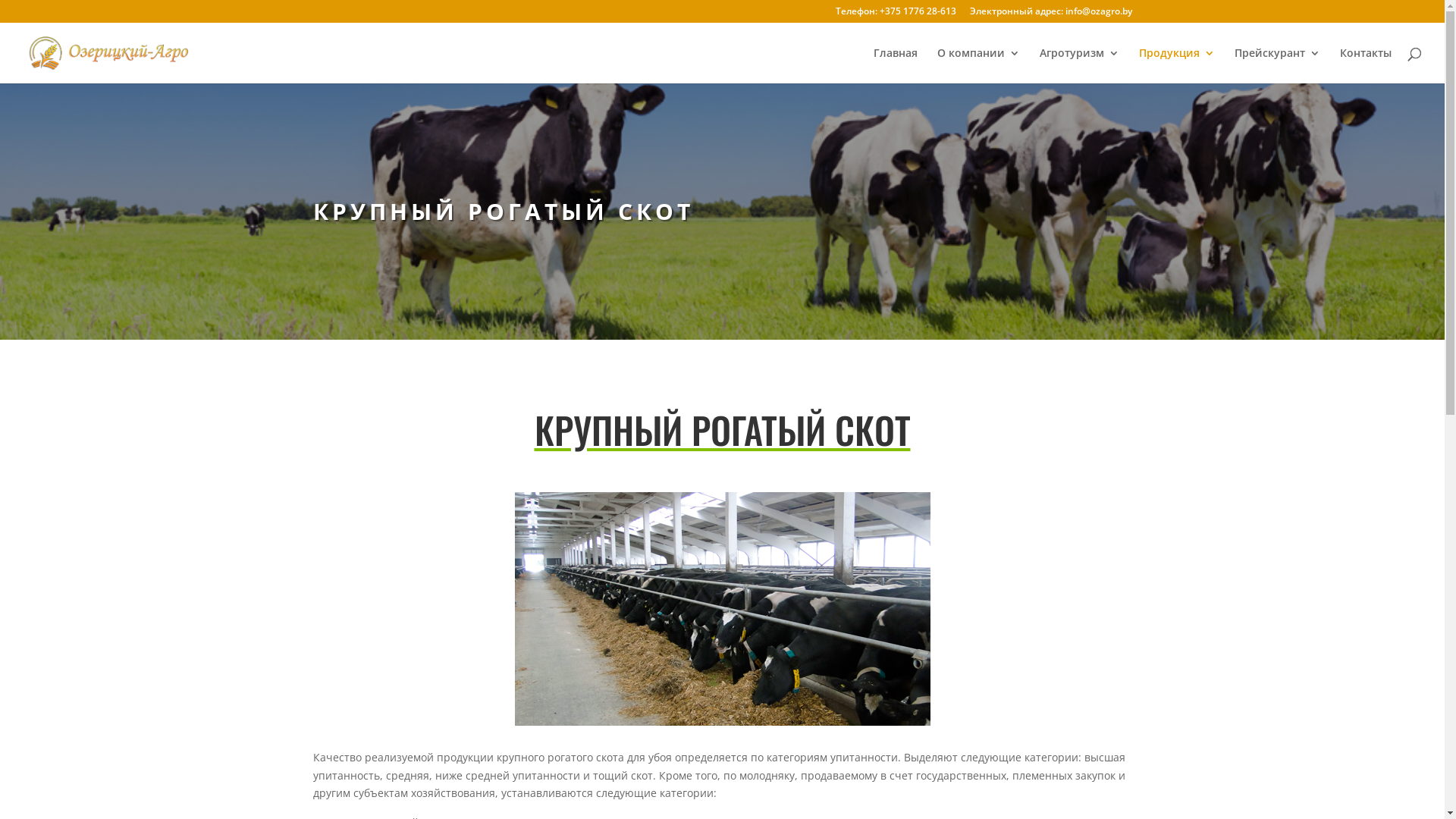  I want to click on 'cow2', so click(720, 607).